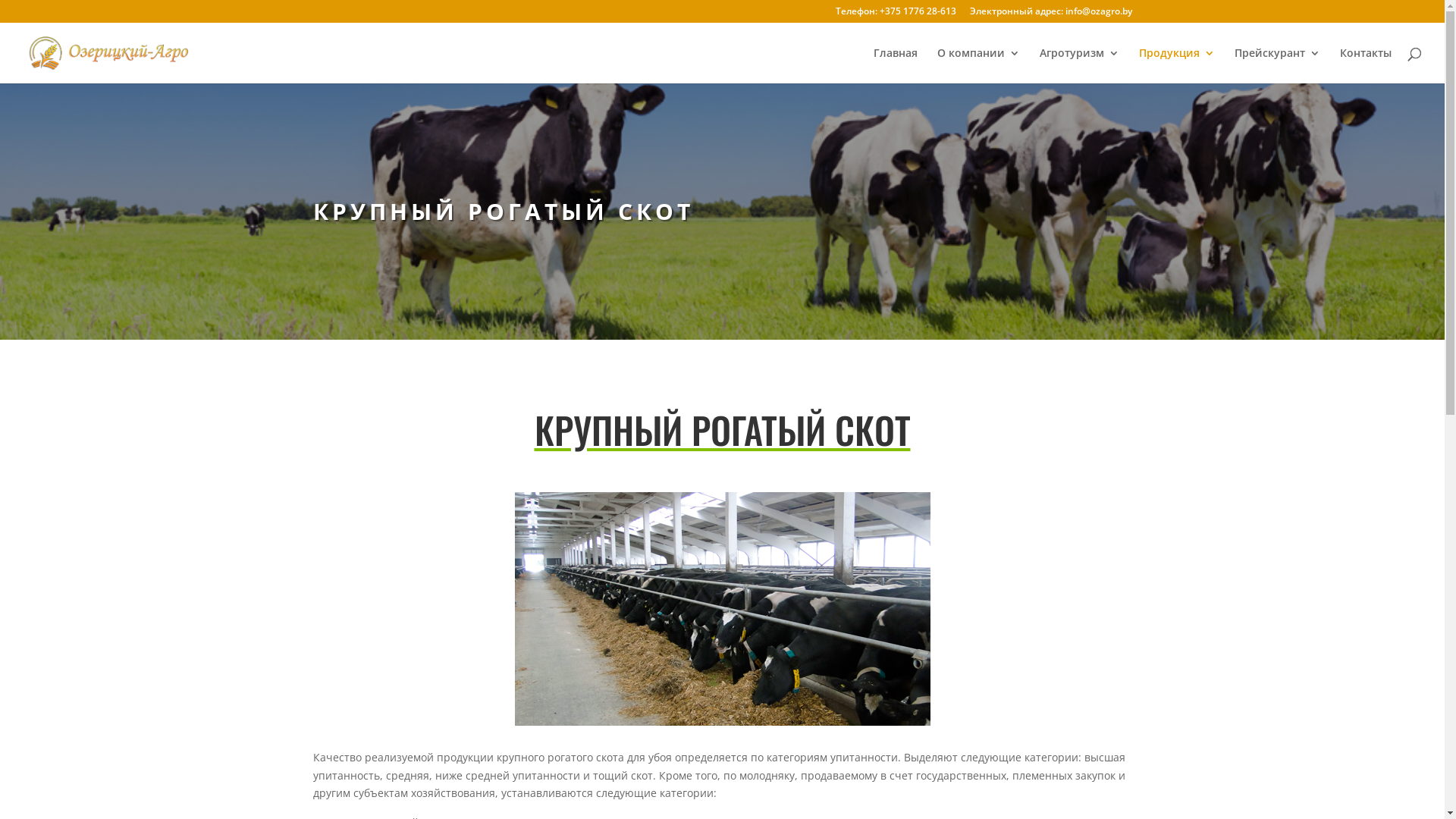  I want to click on 'cow2', so click(720, 607).